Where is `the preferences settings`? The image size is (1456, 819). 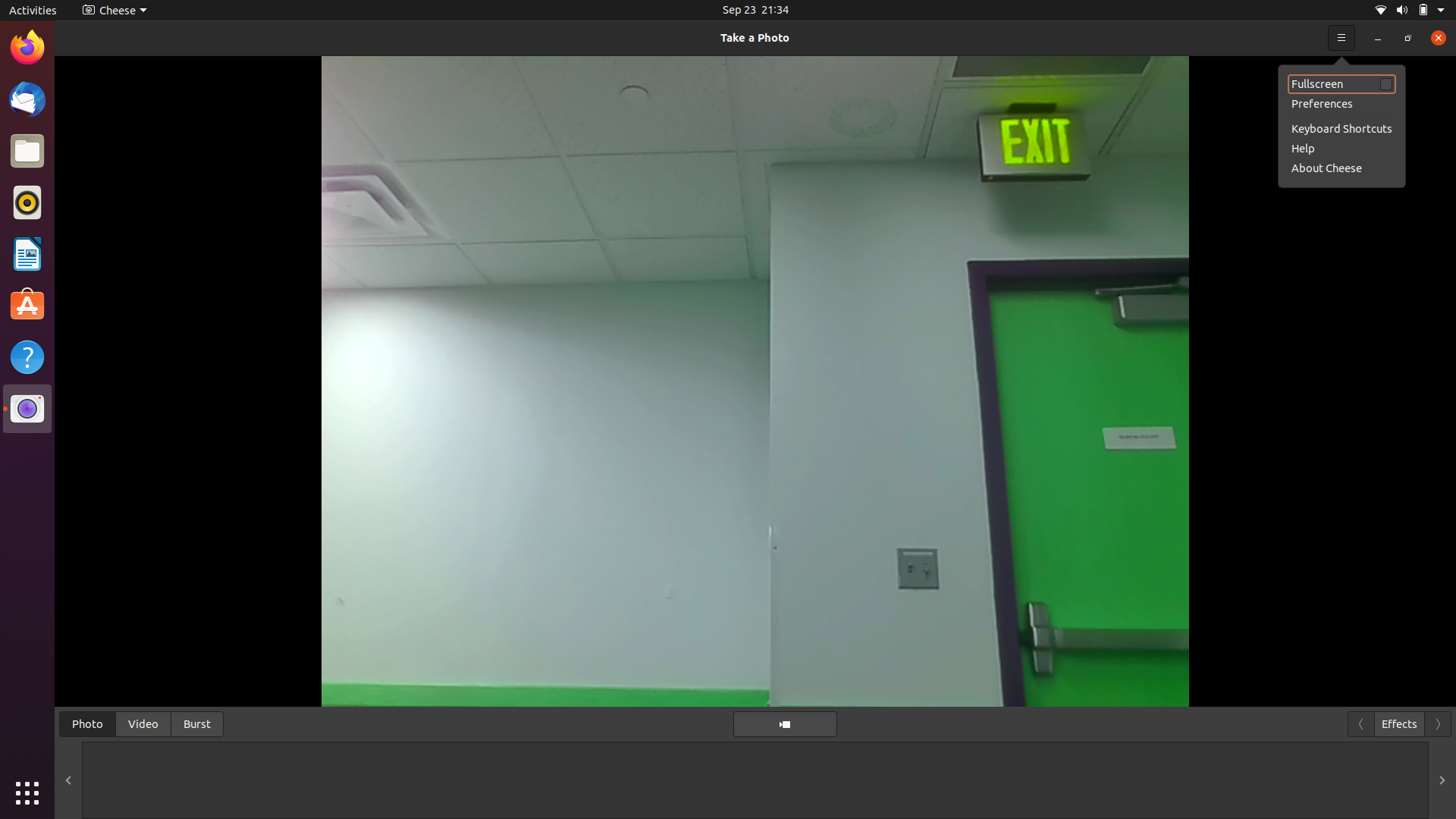
the preferences settings is located at coordinates (1341, 103).